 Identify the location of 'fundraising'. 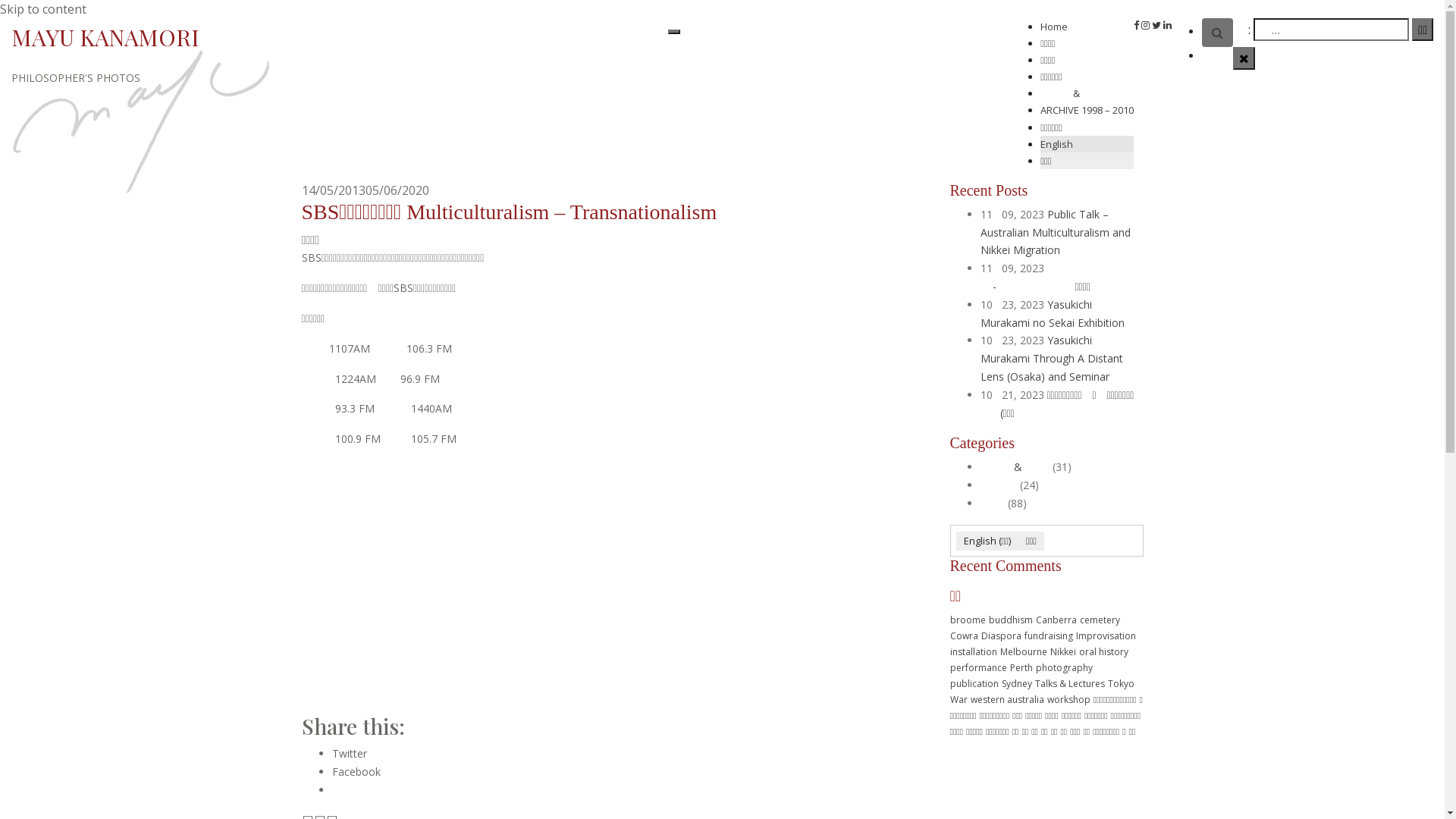
(1047, 635).